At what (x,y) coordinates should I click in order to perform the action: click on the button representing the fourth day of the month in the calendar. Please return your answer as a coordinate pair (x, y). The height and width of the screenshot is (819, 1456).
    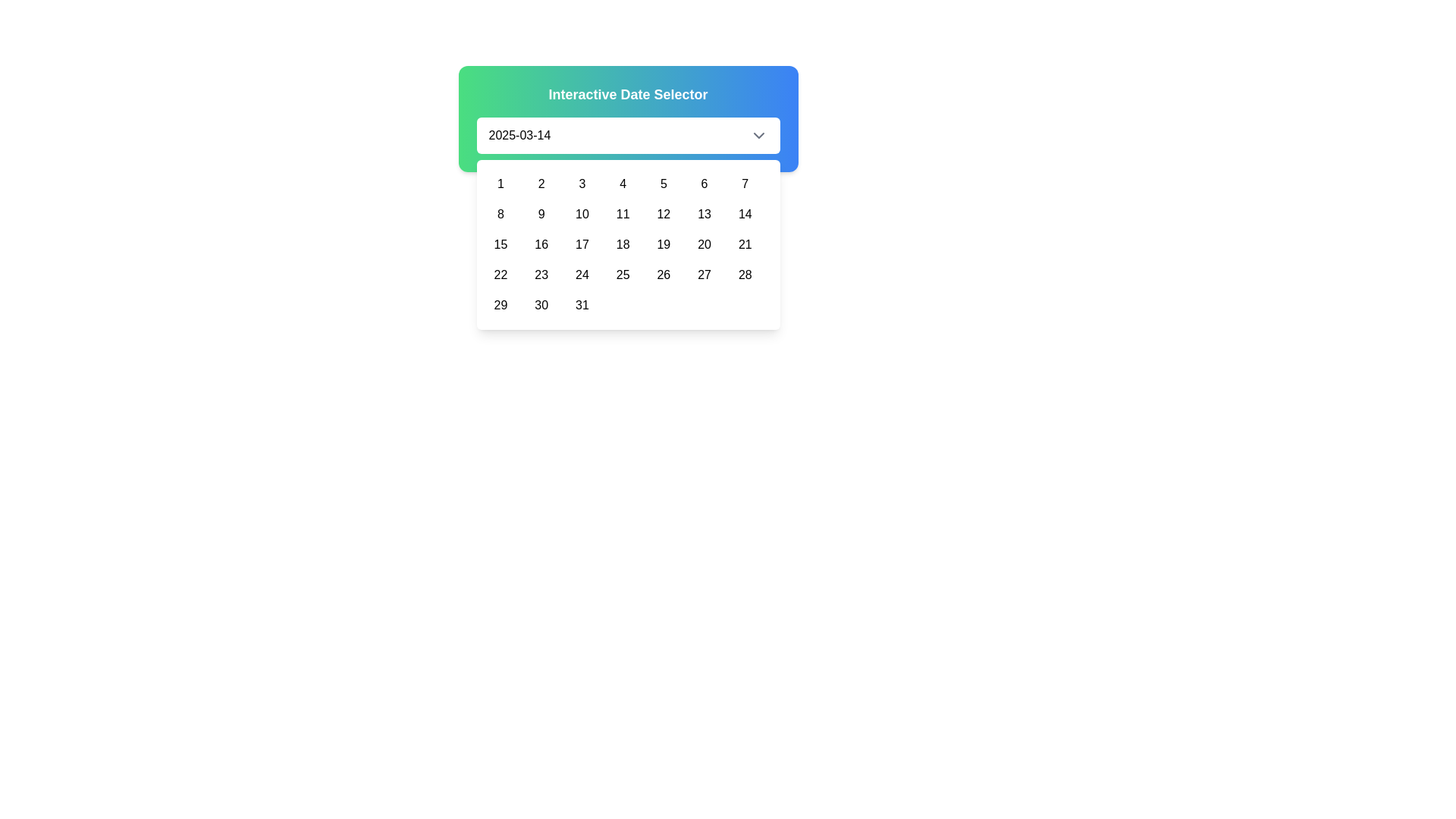
    Looking at the image, I should click on (623, 184).